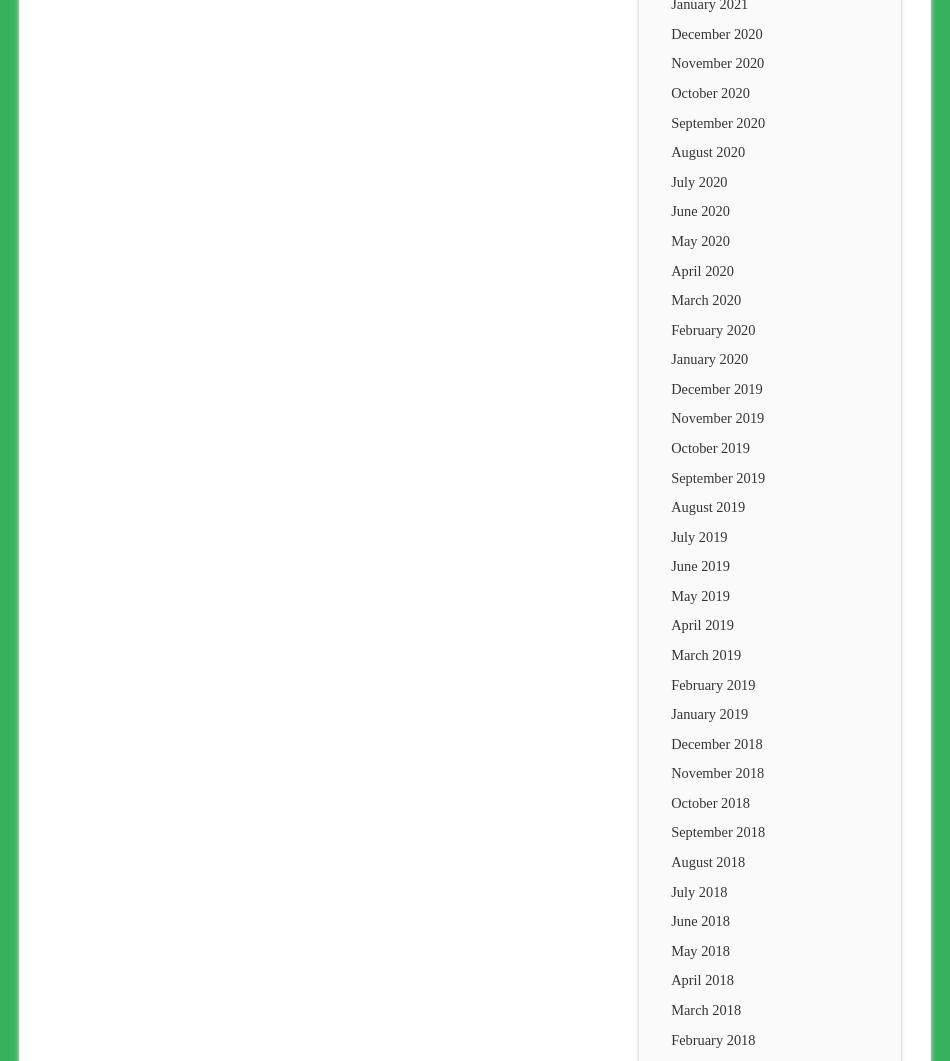  Describe the element at coordinates (712, 328) in the screenshot. I see `'February 2020'` at that location.